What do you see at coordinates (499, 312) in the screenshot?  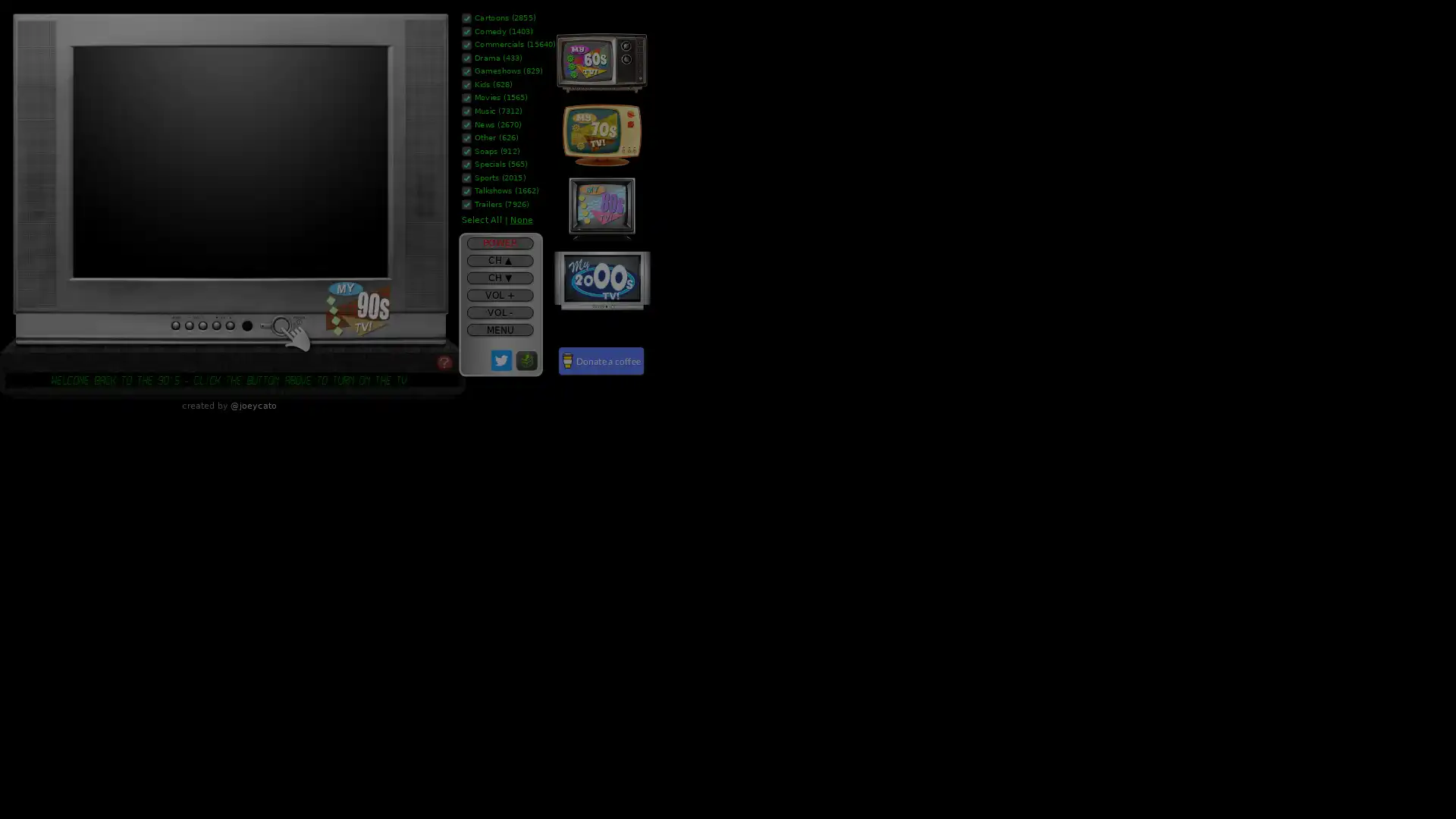 I see `VOL -` at bounding box center [499, 312].